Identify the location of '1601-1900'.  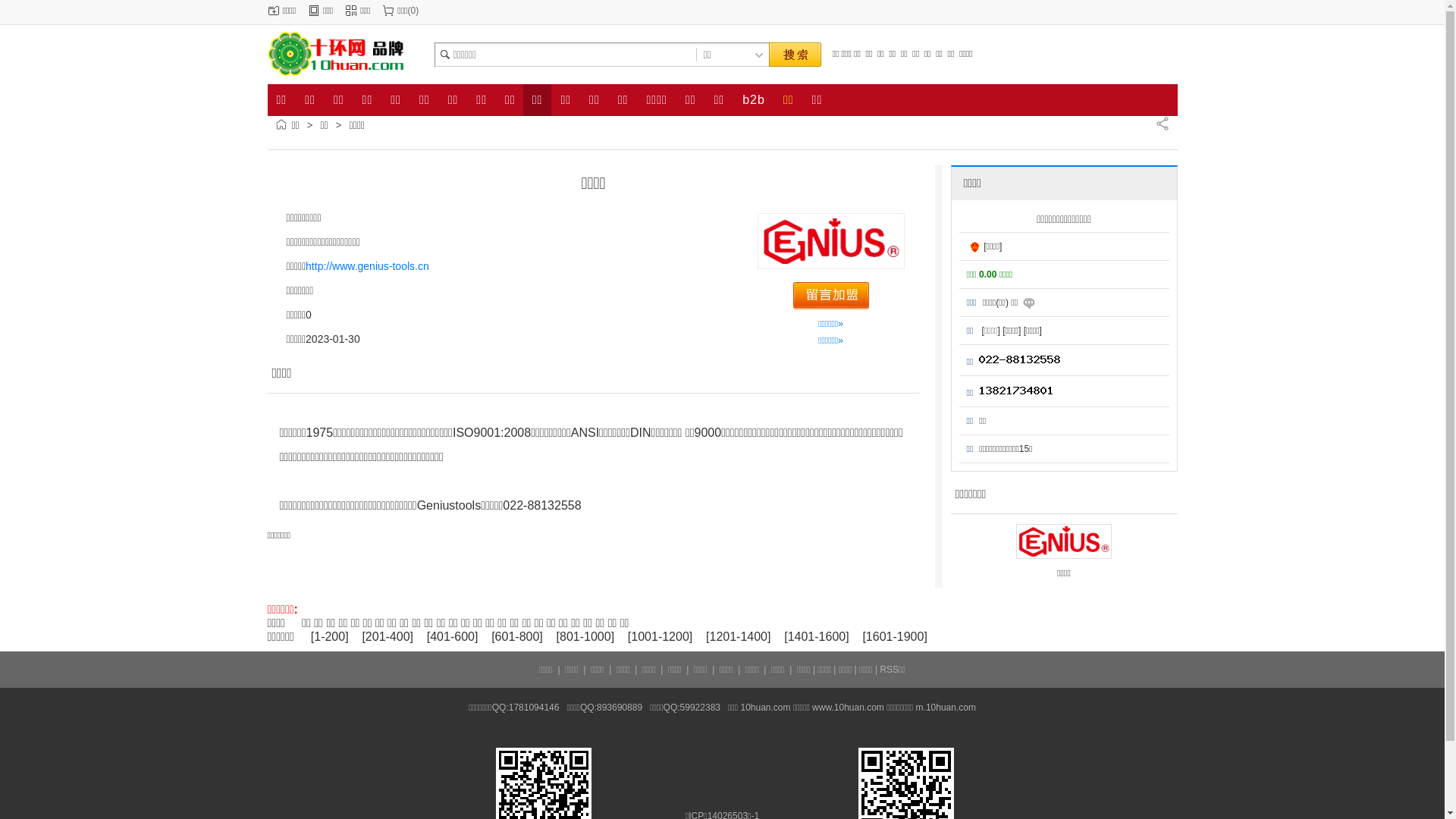
(895, 636).